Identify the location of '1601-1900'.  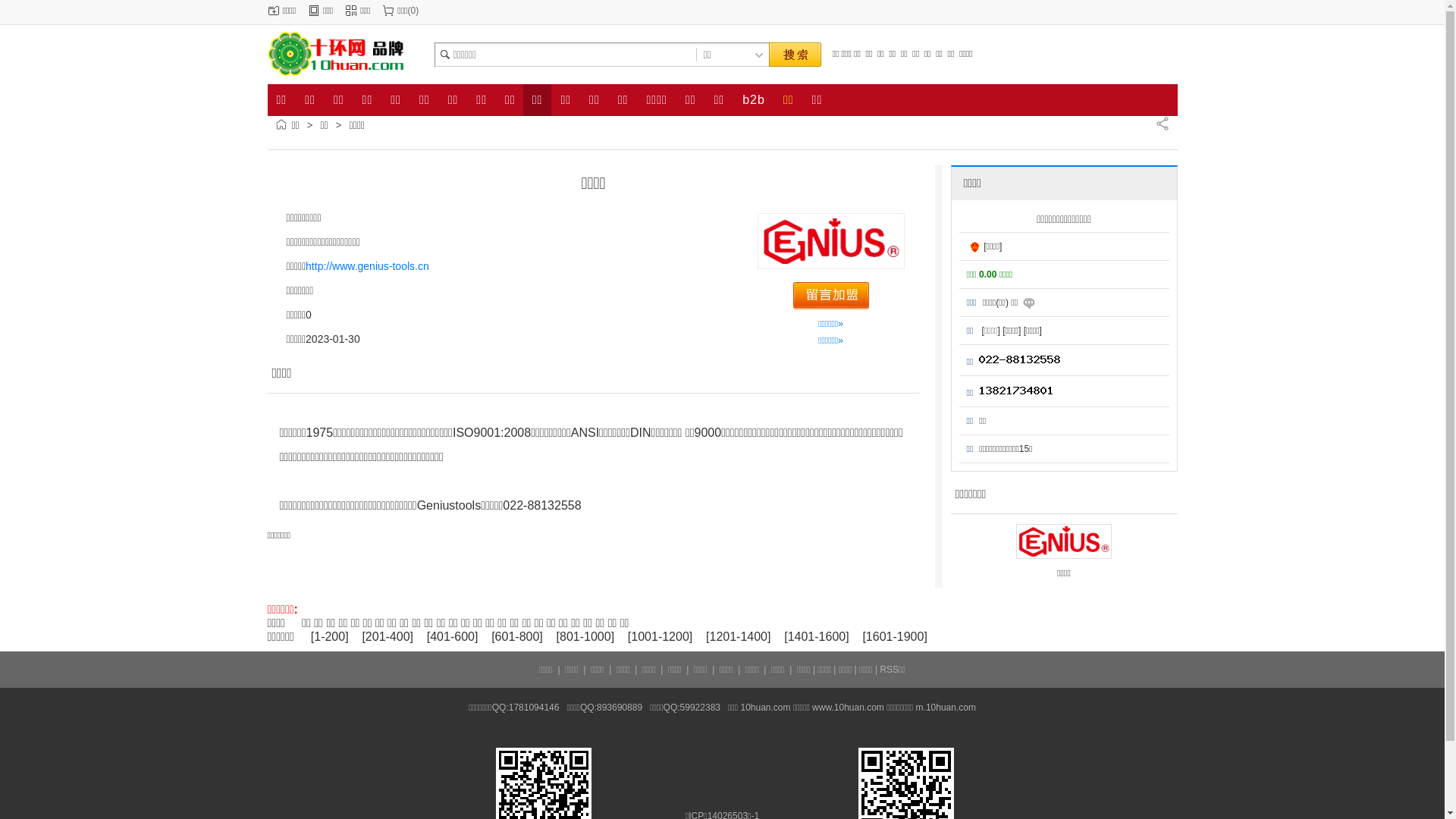
(895, 636).